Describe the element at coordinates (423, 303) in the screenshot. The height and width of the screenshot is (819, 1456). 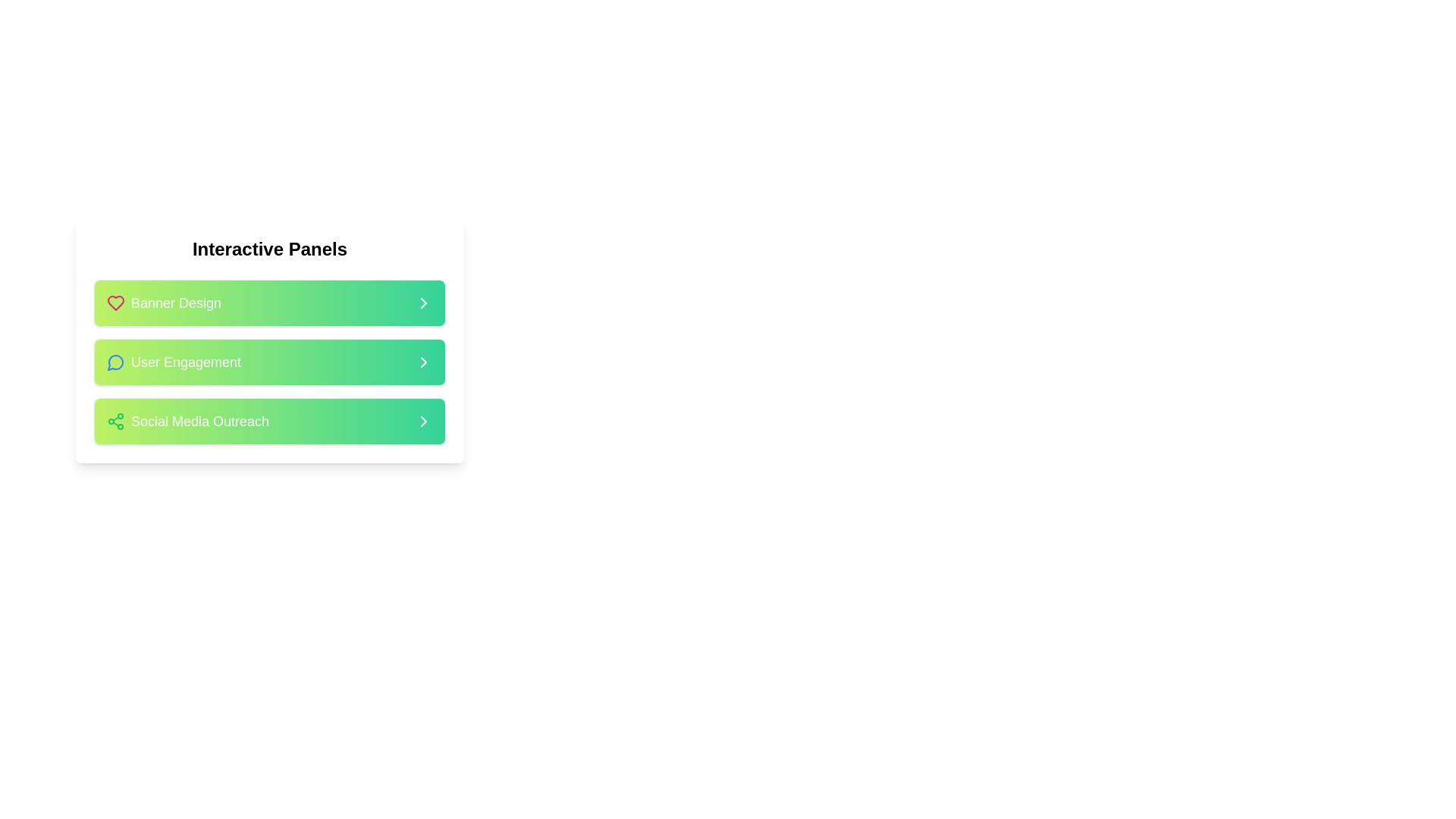
I see `the navigation icon located at the far-right of the 'Banner Design' row` at that location.